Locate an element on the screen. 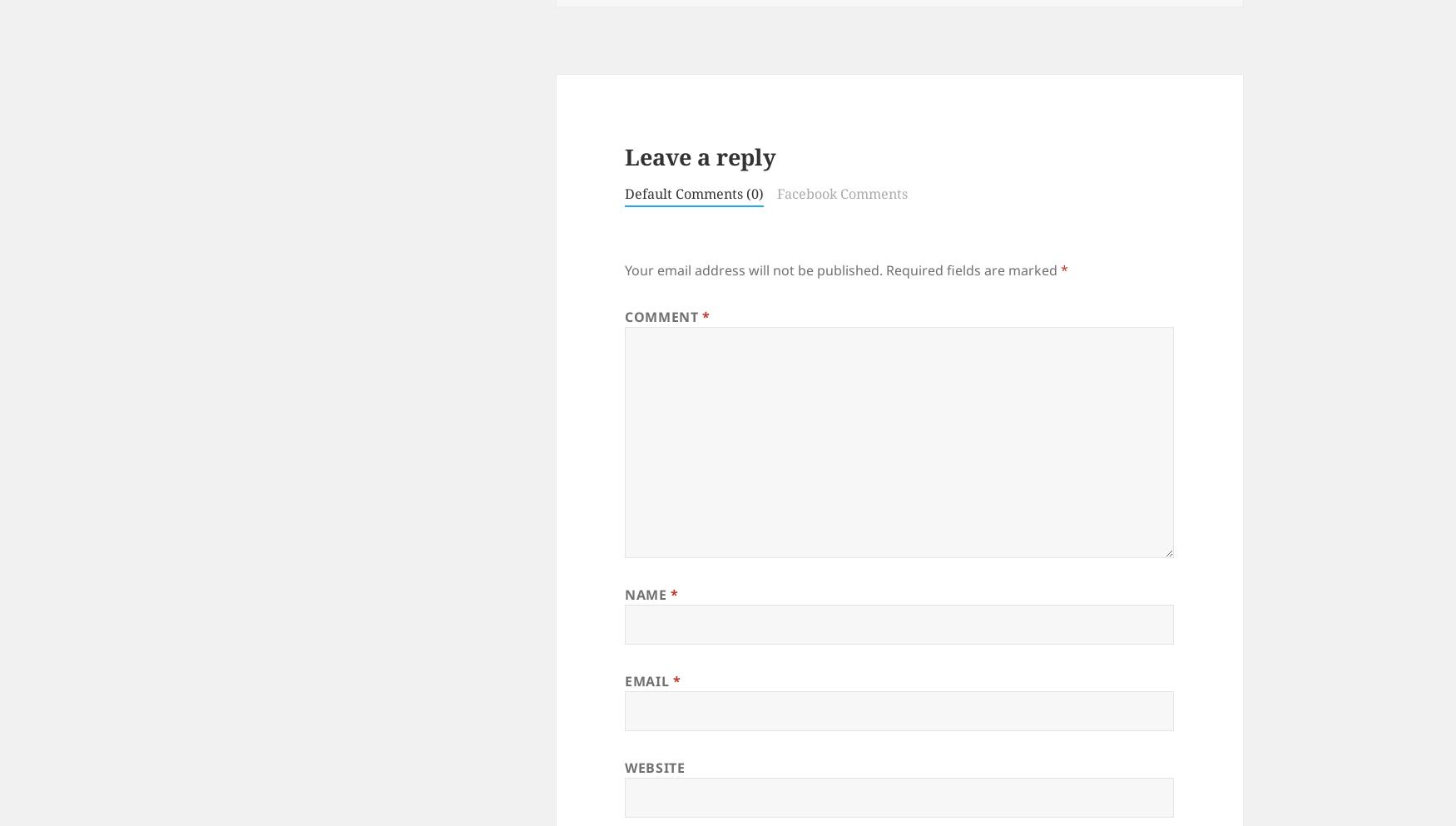 The image size is (1456, 826). 'Comment' is located at coordinates (662, 317).